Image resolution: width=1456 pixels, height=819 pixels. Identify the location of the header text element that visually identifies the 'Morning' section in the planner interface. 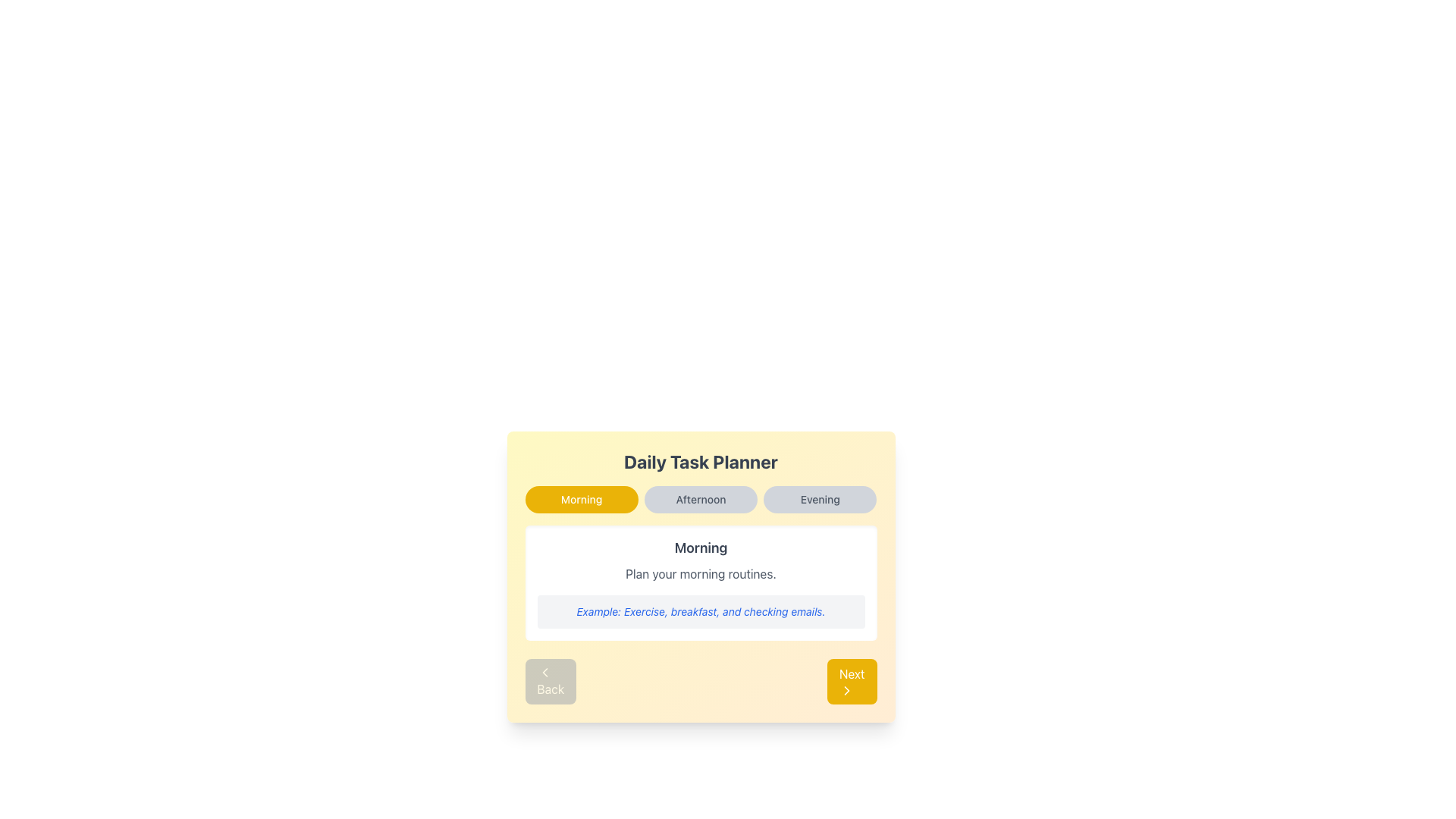
(700, 548).